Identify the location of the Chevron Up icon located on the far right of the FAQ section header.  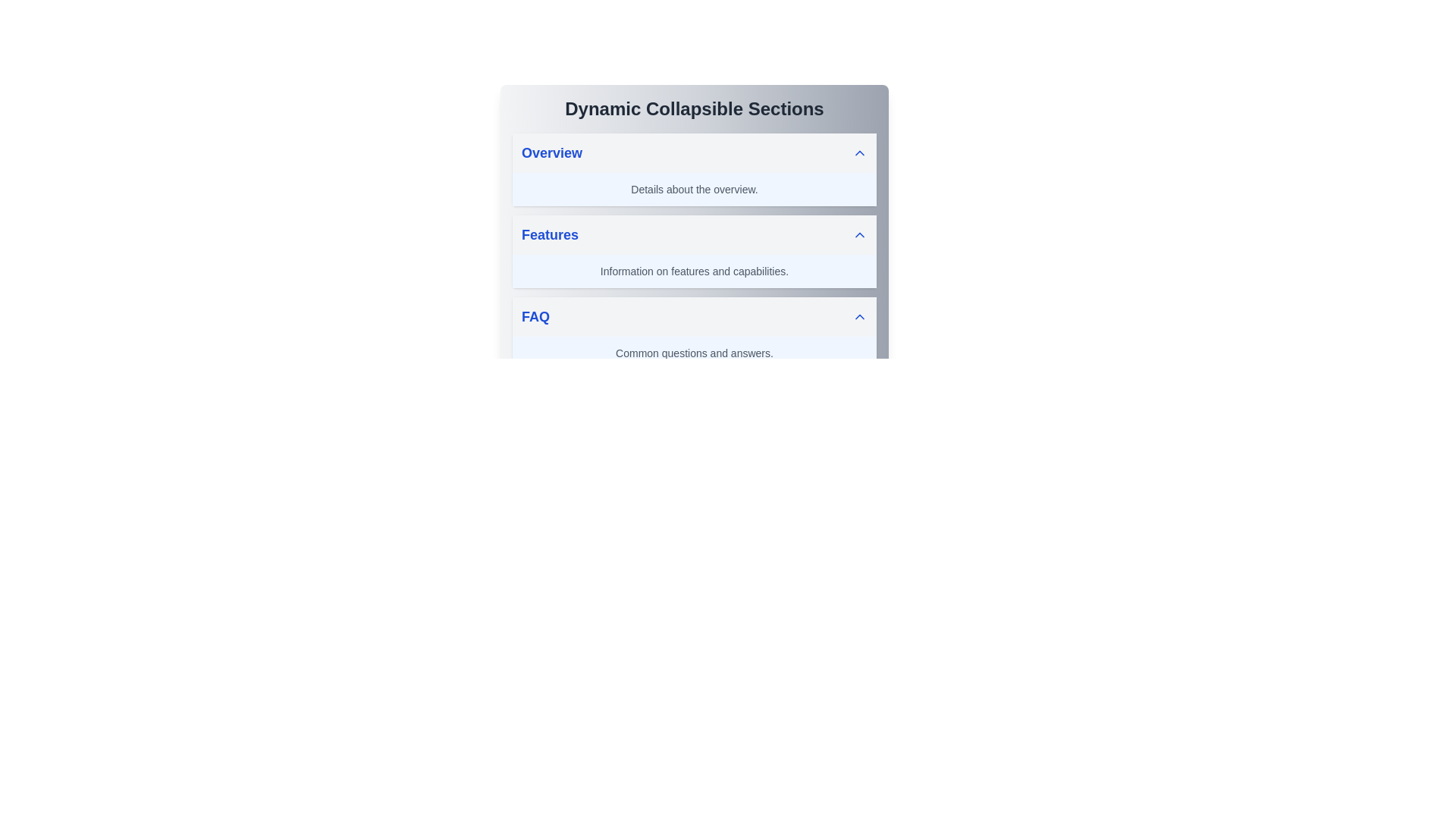
(859, 315).